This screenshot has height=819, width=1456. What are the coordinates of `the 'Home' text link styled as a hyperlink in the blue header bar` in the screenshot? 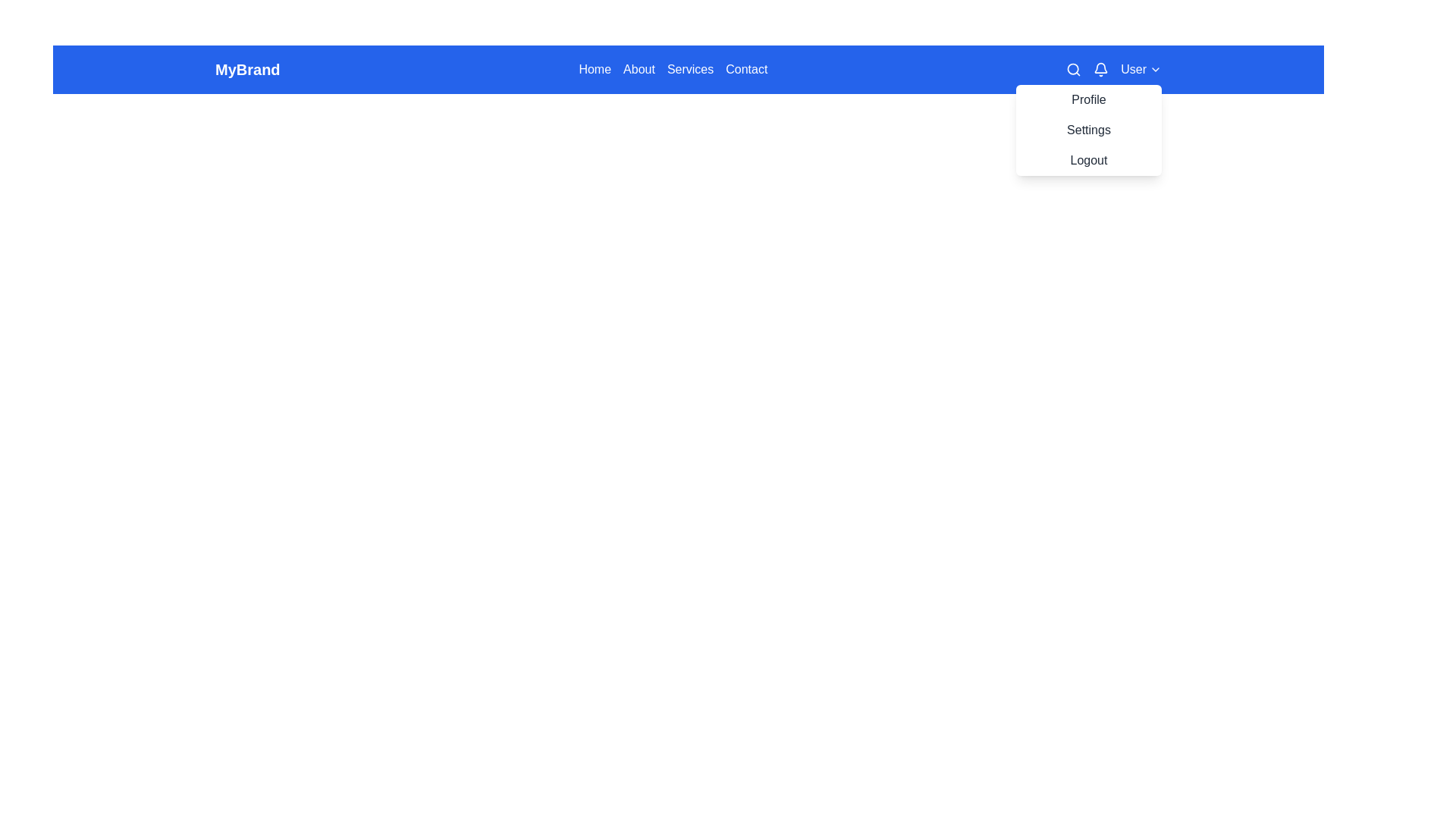 It's located at (594, 70).